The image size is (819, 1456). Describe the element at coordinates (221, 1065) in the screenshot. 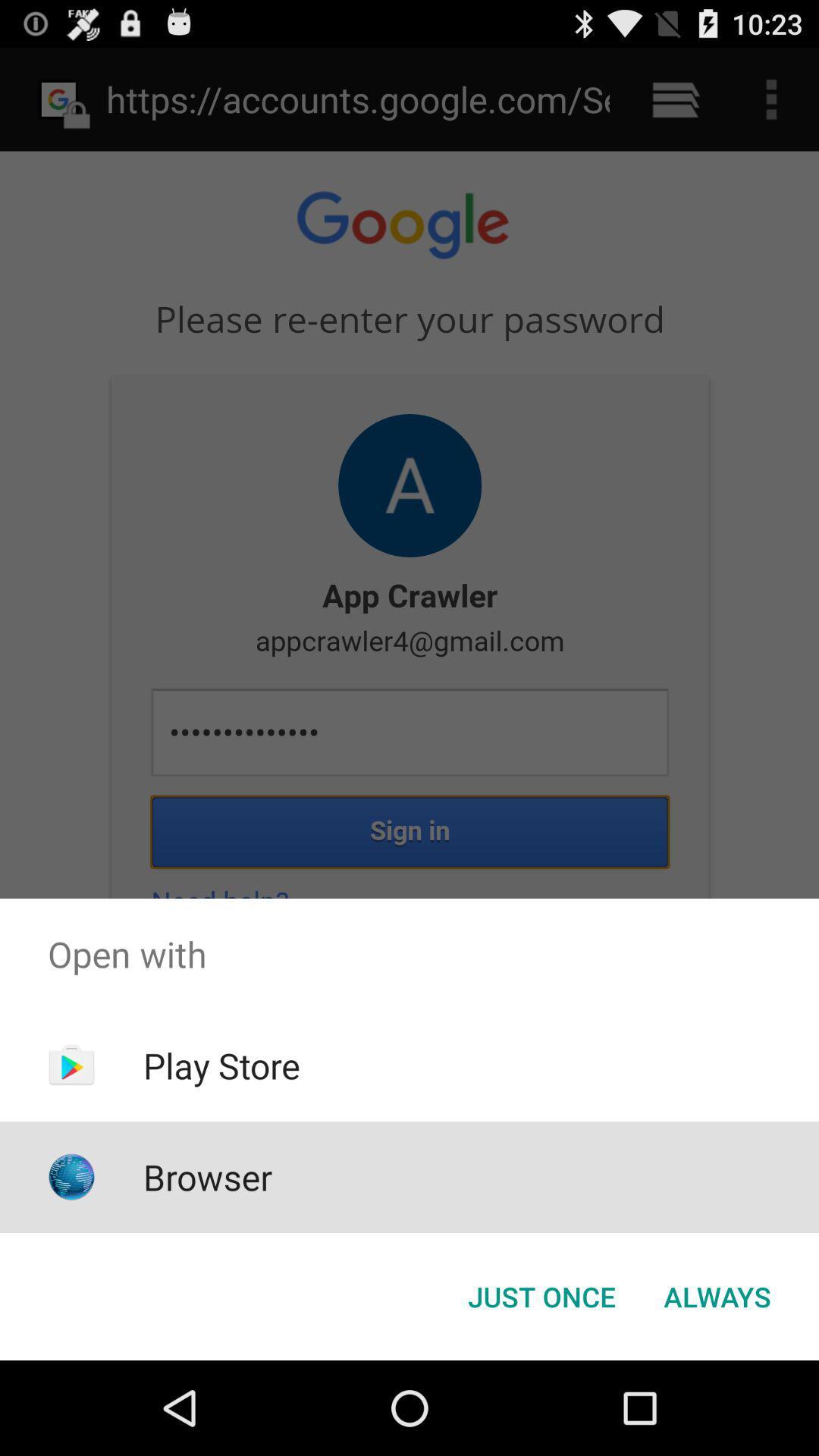

I see `the icon above the browser app` at that location.